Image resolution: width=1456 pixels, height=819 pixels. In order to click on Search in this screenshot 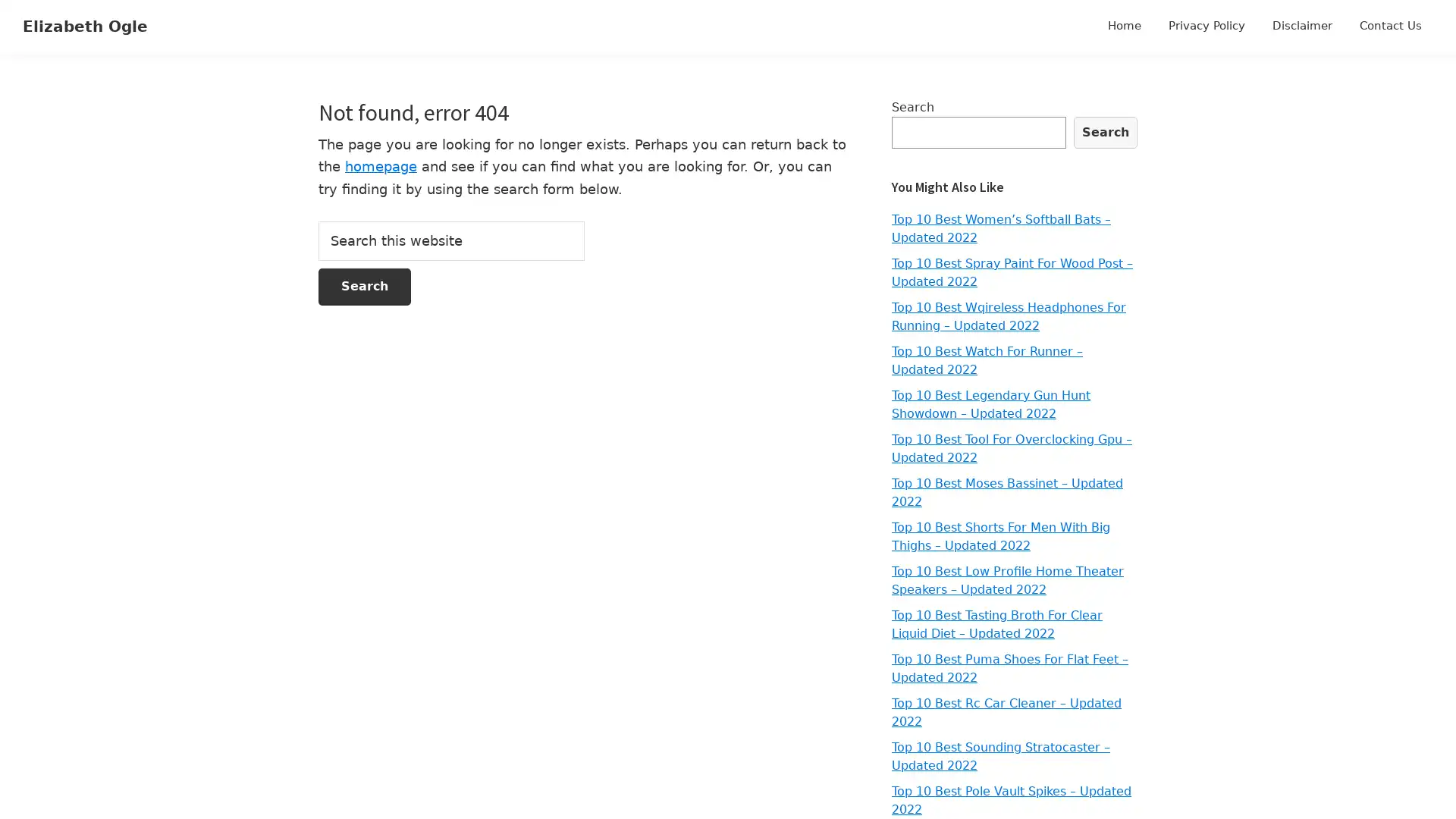, I will do `click(1106, 131)`.